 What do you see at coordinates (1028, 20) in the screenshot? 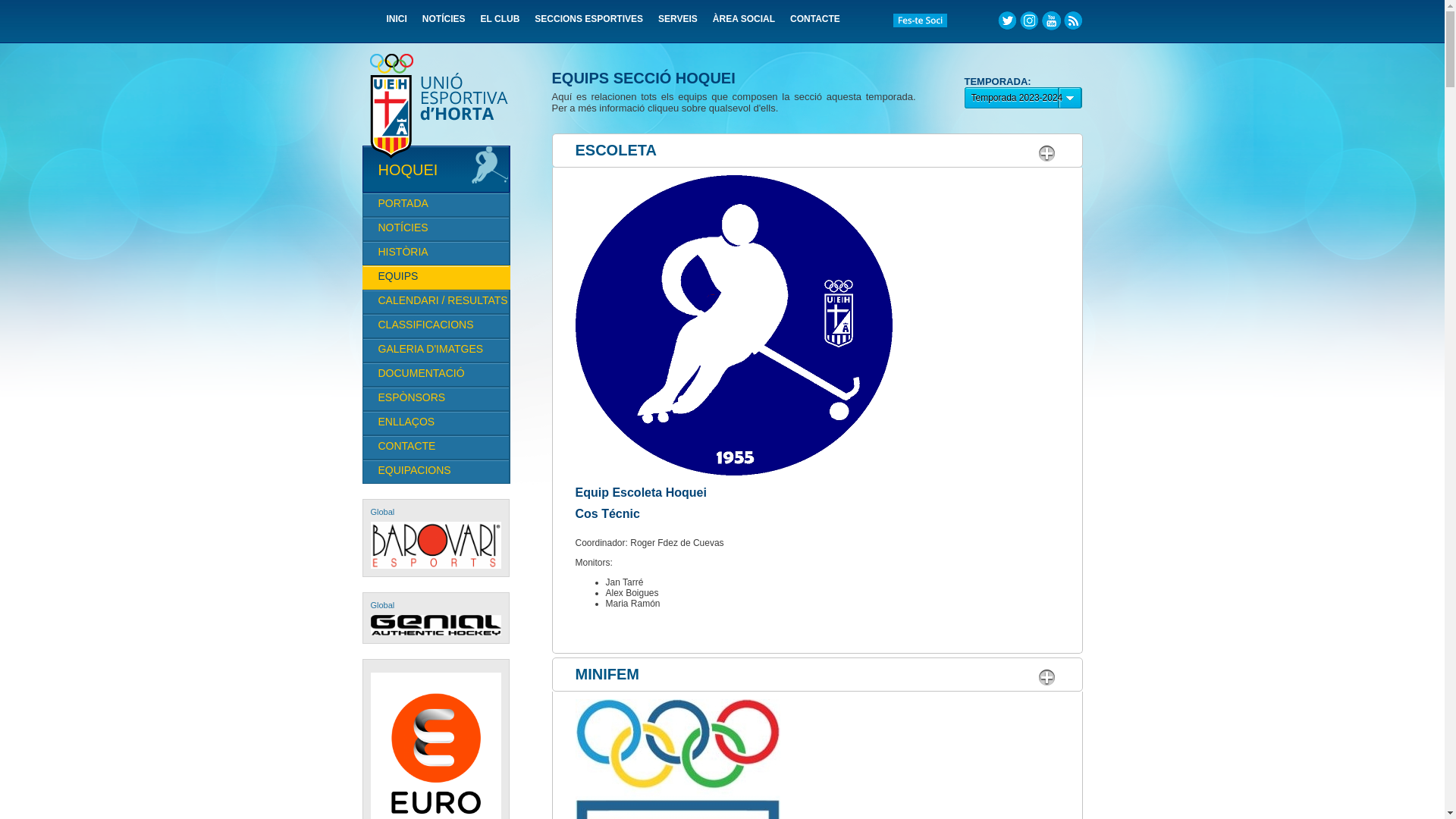
I see `'Conectar al Instagram de la UE Horta'` at bounding box center [1028, 20].